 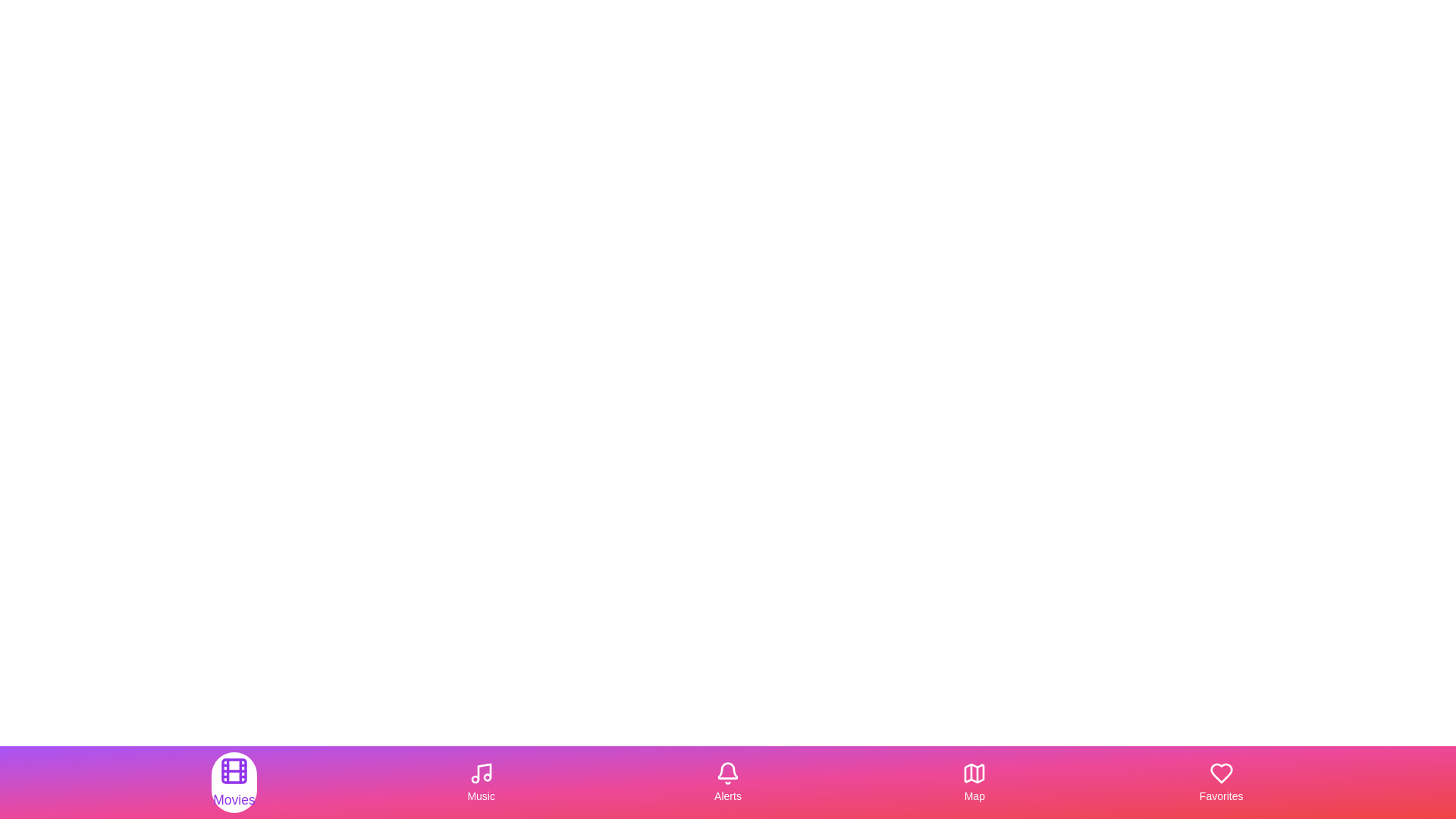 What do you see at coordinates (1220, 783) in the screenshot?
I see `the tab labeled Favorites` at bounding box center [1220, 783].